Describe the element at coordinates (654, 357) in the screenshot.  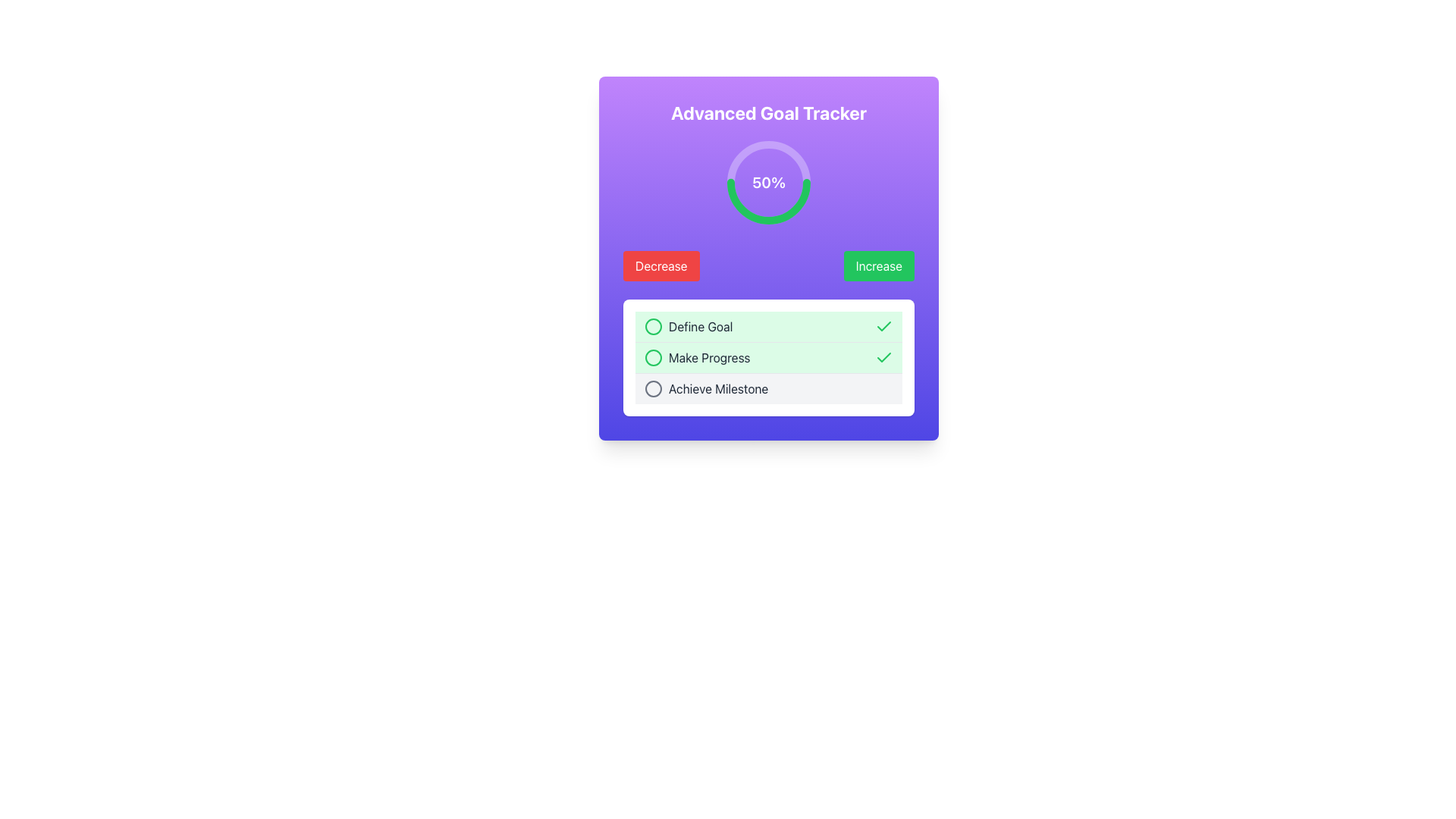
I see `the status indicator icon located in the second row of the progress tracker section, positioned to the left of the 'Make Progress' text` at that location.